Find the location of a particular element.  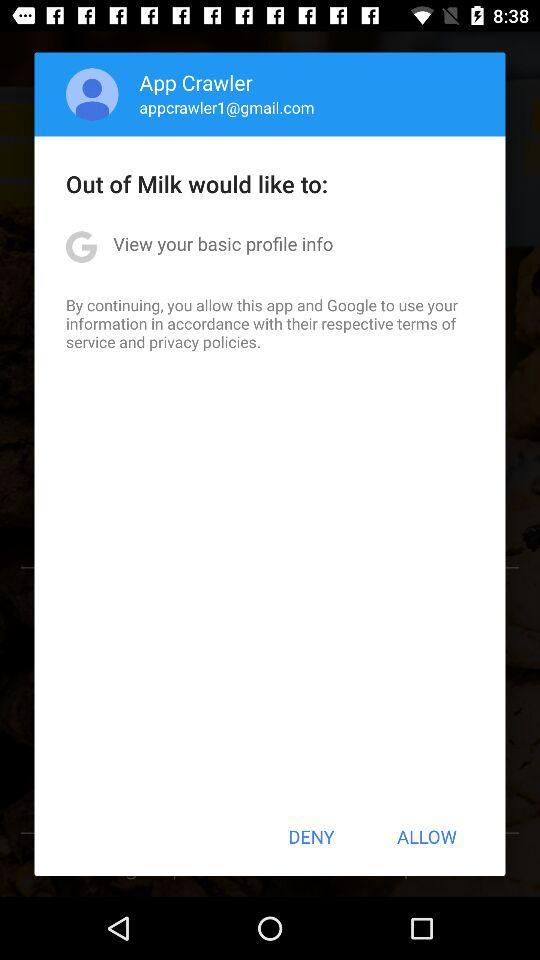

icon above the out of milk app is located at coordinates (226, 107).